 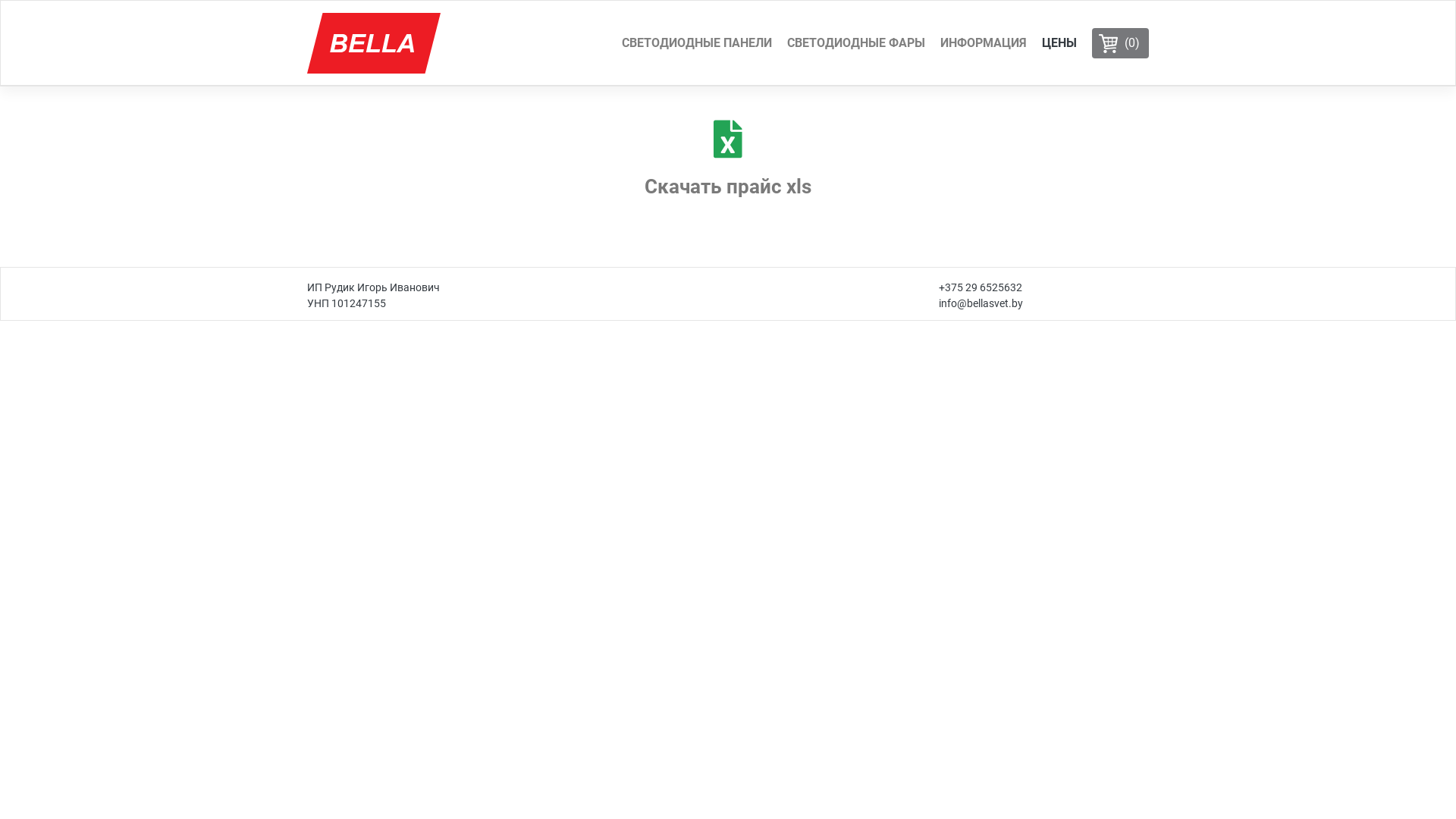 What do you see at coordinates (1120, 42) in the screenshot?
I see `'(0)'` at bounding box center [1120, 42].